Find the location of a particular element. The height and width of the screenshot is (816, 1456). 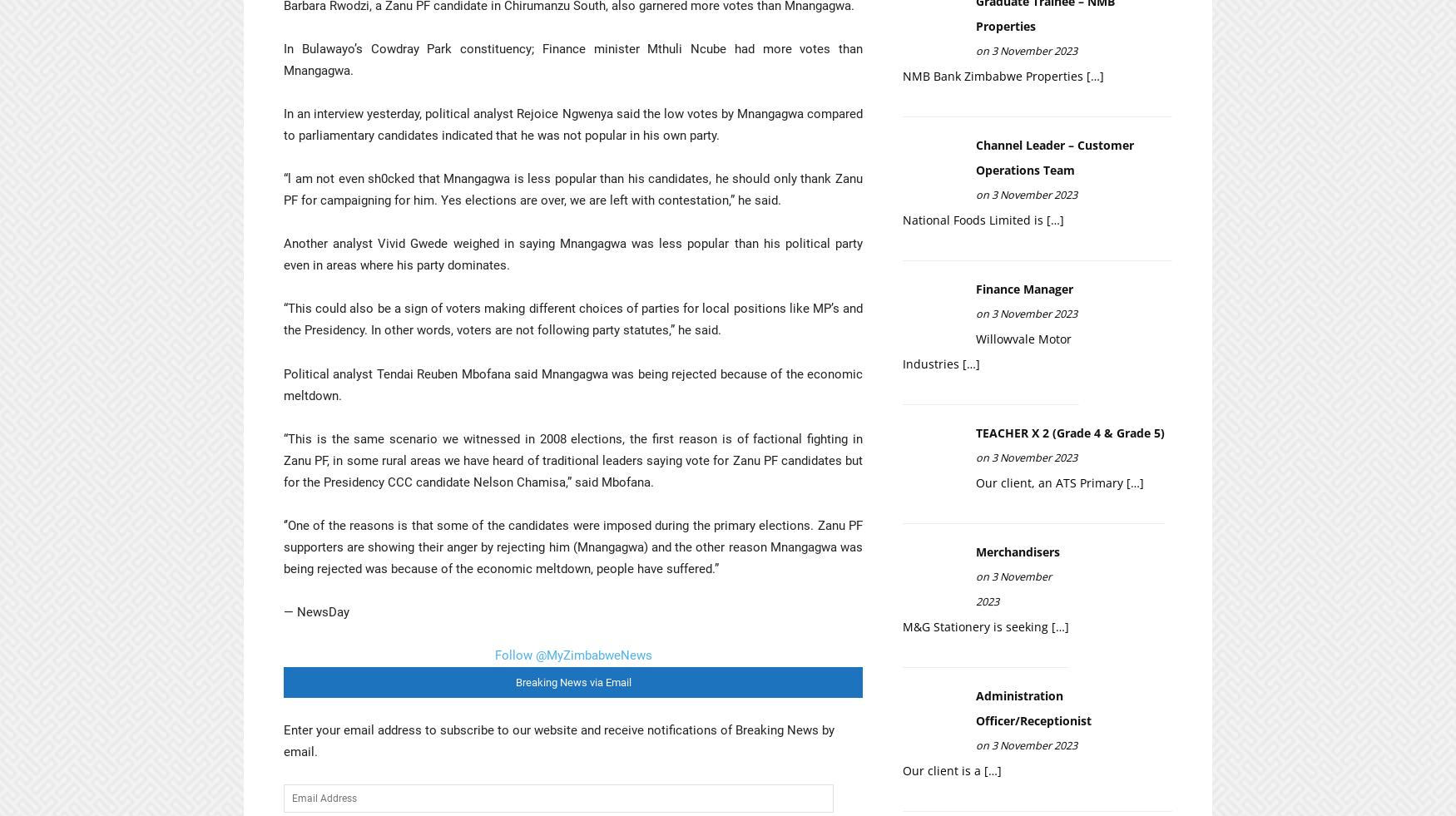

'Breaking News via Email' is located at coordinates (572, 681).